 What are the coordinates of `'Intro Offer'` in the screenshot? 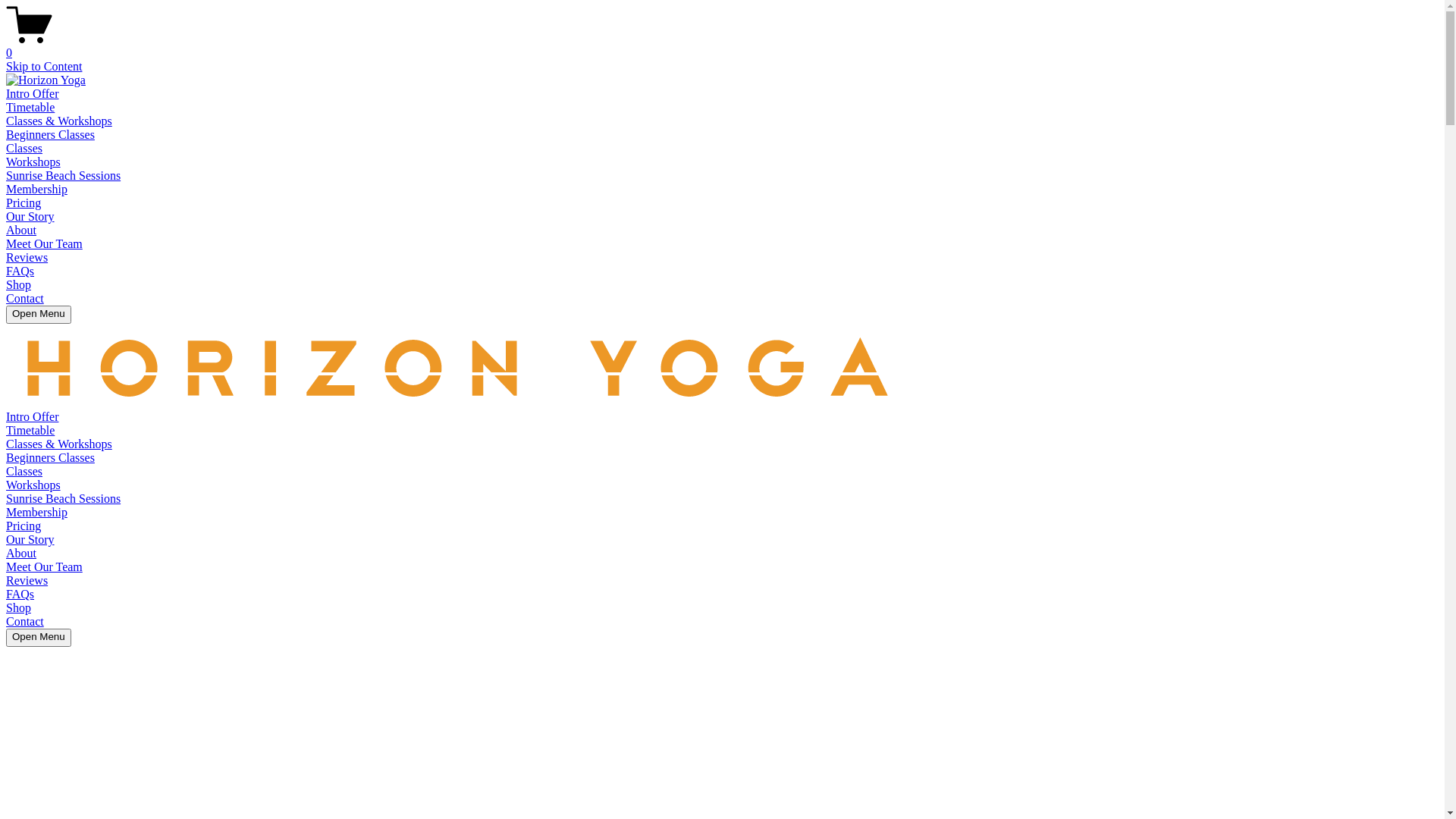 It's located at (32, 416).